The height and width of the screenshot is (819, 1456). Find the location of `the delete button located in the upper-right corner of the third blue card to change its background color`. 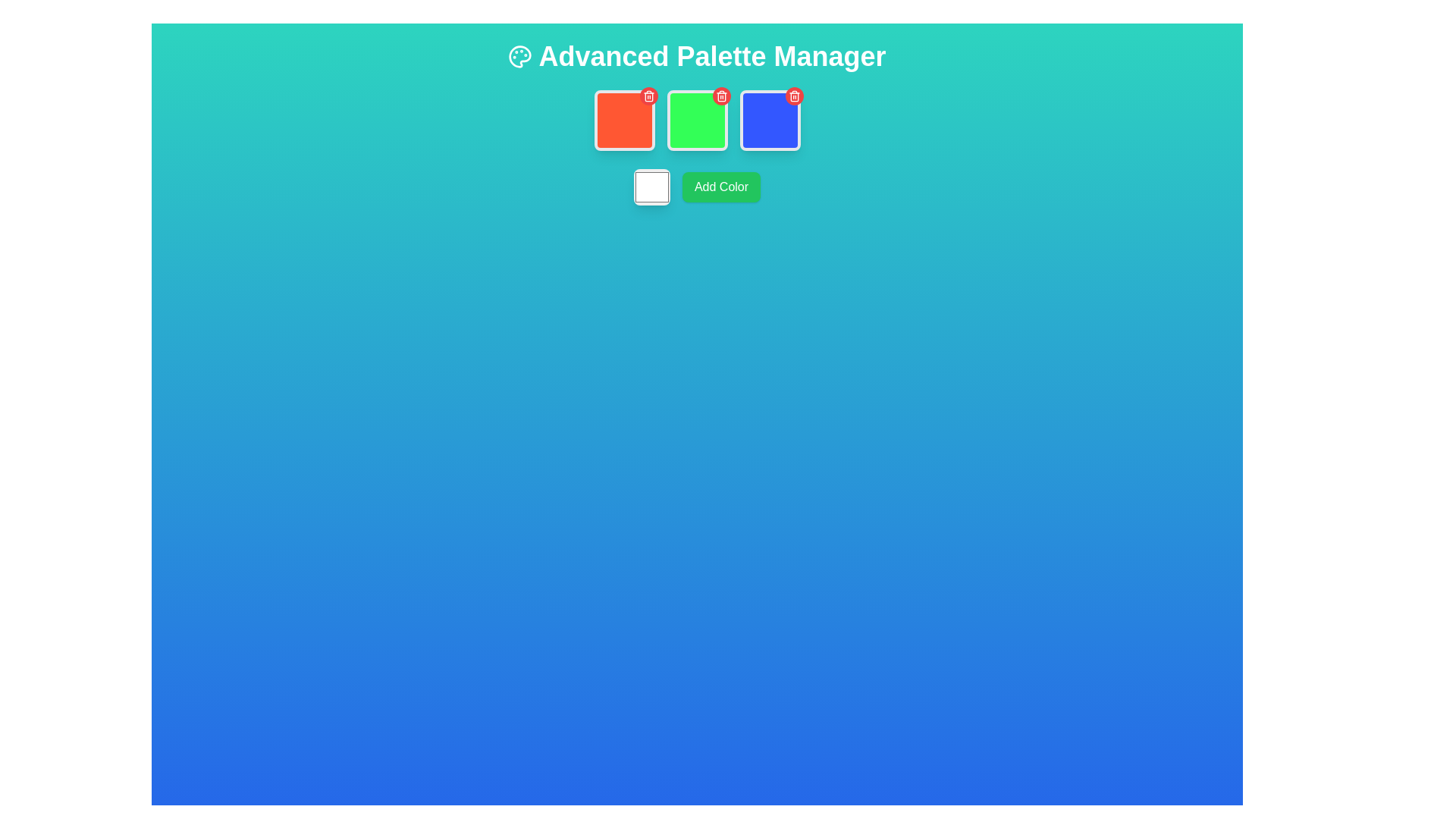

the delete button located in the upper-right corner of the third blue card to change its background color is located at coordinates (793, 96).